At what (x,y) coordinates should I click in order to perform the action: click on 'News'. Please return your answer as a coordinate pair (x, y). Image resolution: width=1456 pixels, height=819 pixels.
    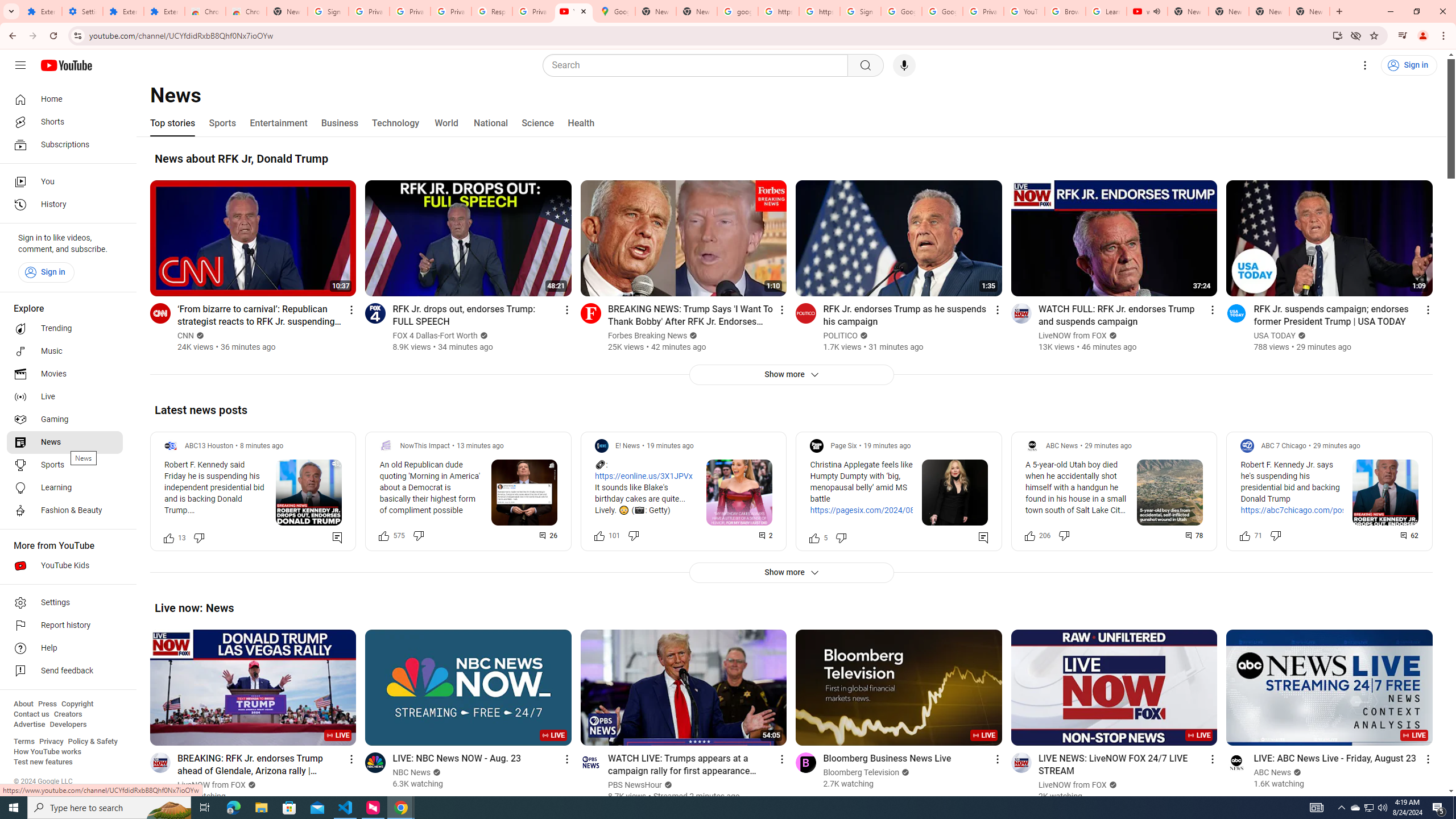
    Looking at the image, I should click on (64, 442).